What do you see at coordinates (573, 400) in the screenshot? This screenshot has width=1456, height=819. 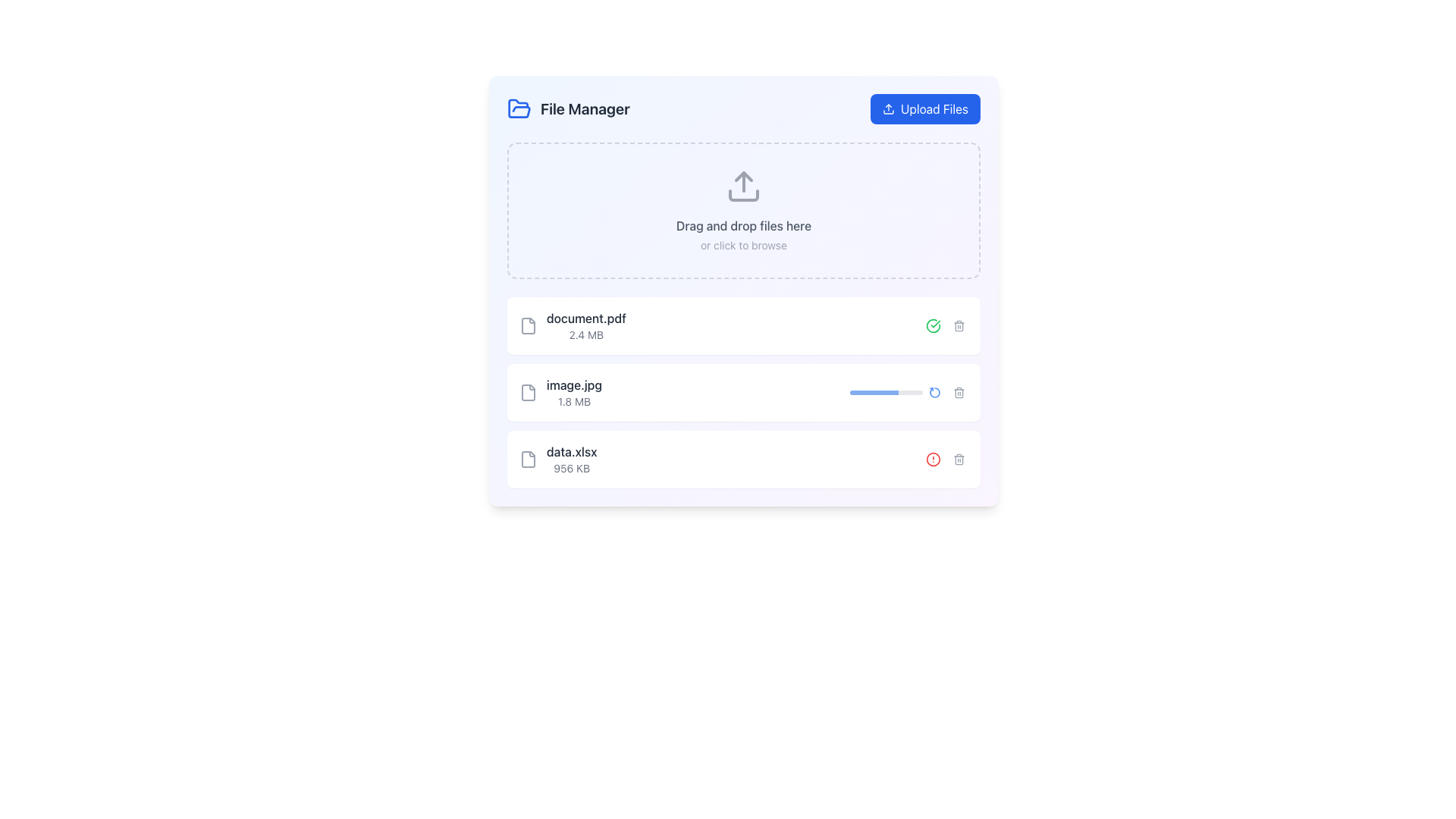 I see `the text label displaying '1.8 MB', which is styled in a small gray font and located directly beneath the 'image.jpg' filename in the file list interface` at bounding box center [573, 400].